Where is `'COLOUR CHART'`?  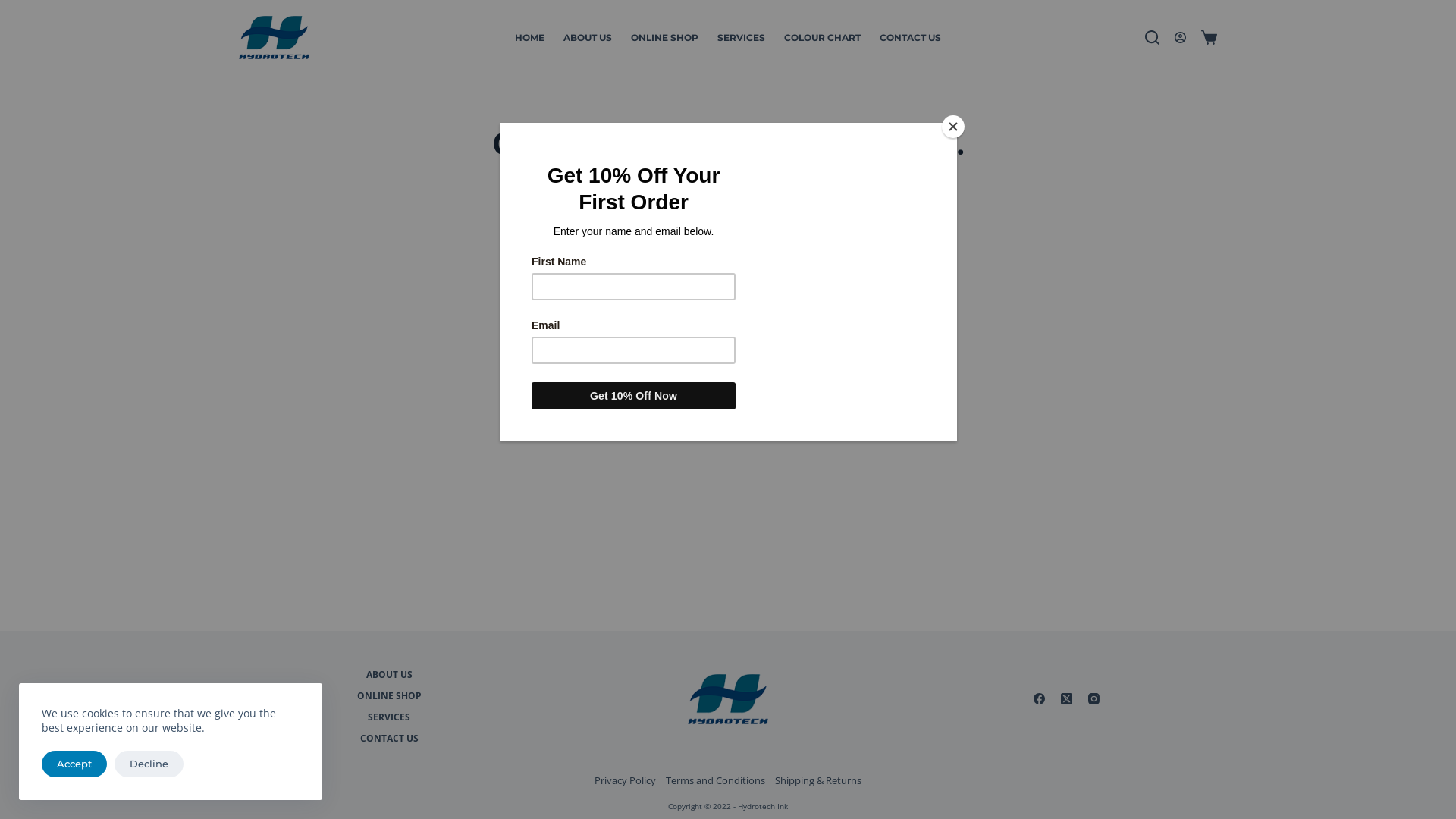
'COLOUR CHART' is located at coordinates (821, 36).